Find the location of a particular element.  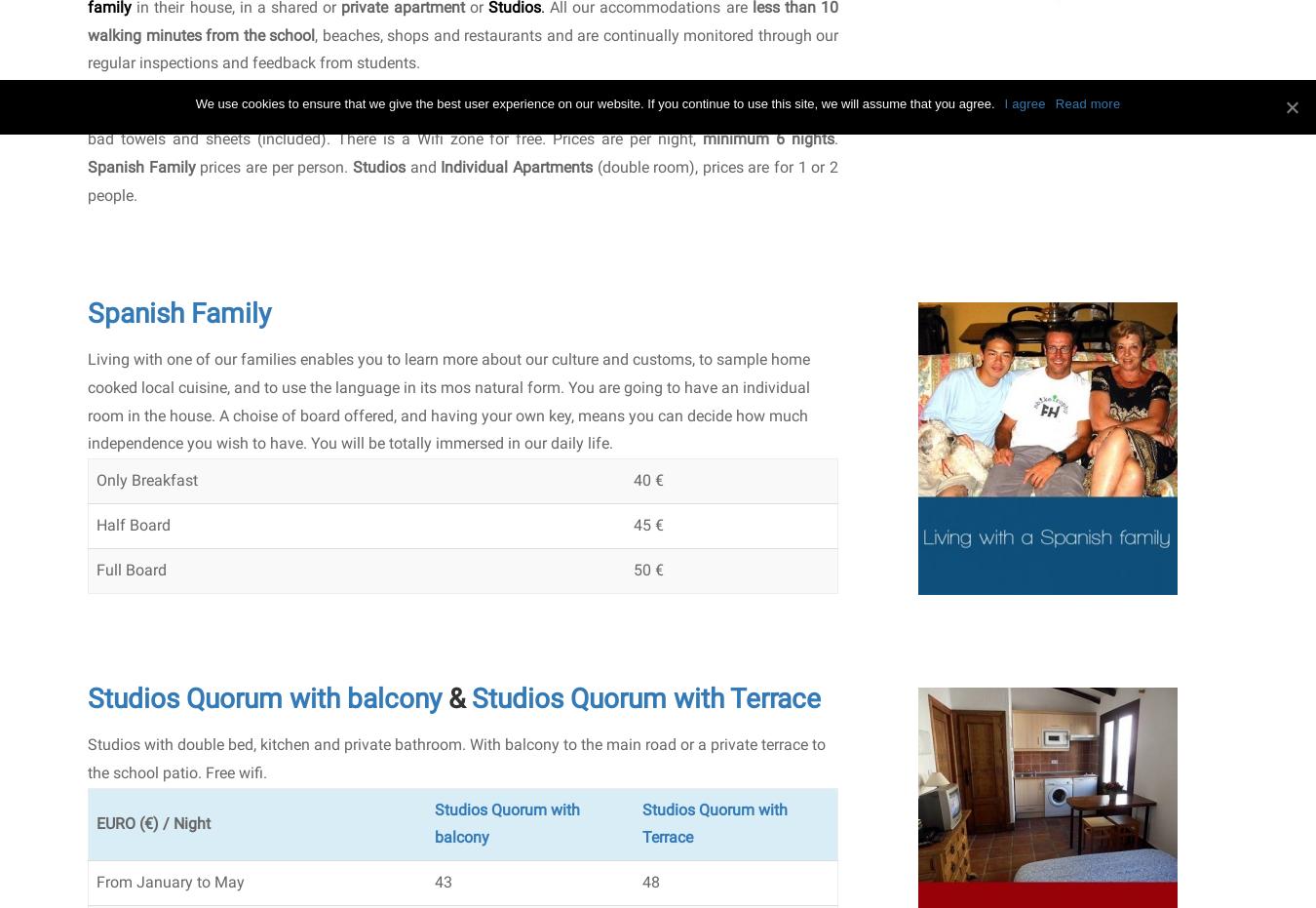

'minimum 6 nights' is located at coordinates (768, 137).